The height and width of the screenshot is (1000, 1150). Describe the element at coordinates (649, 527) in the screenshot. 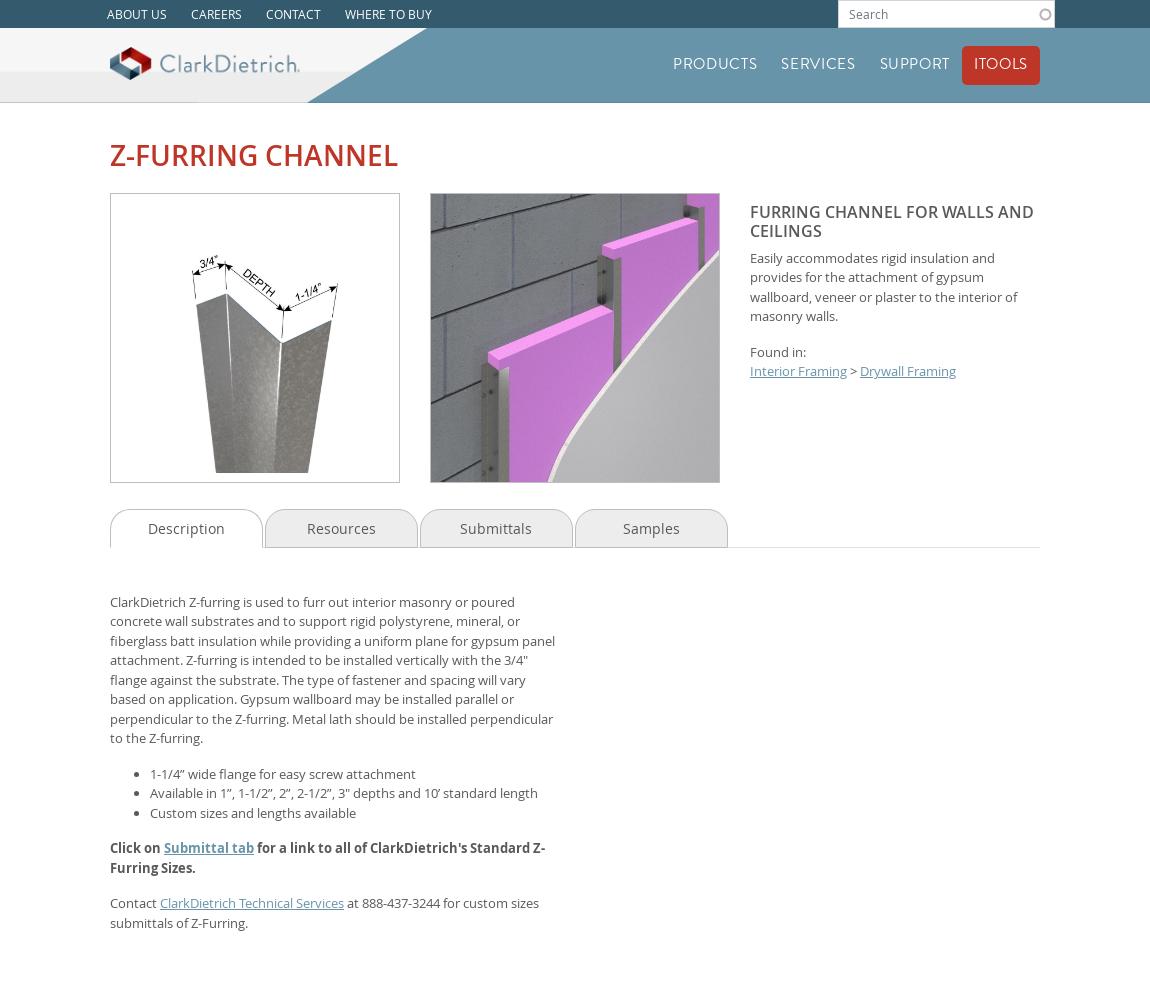

I see `'Samples'` at that location.